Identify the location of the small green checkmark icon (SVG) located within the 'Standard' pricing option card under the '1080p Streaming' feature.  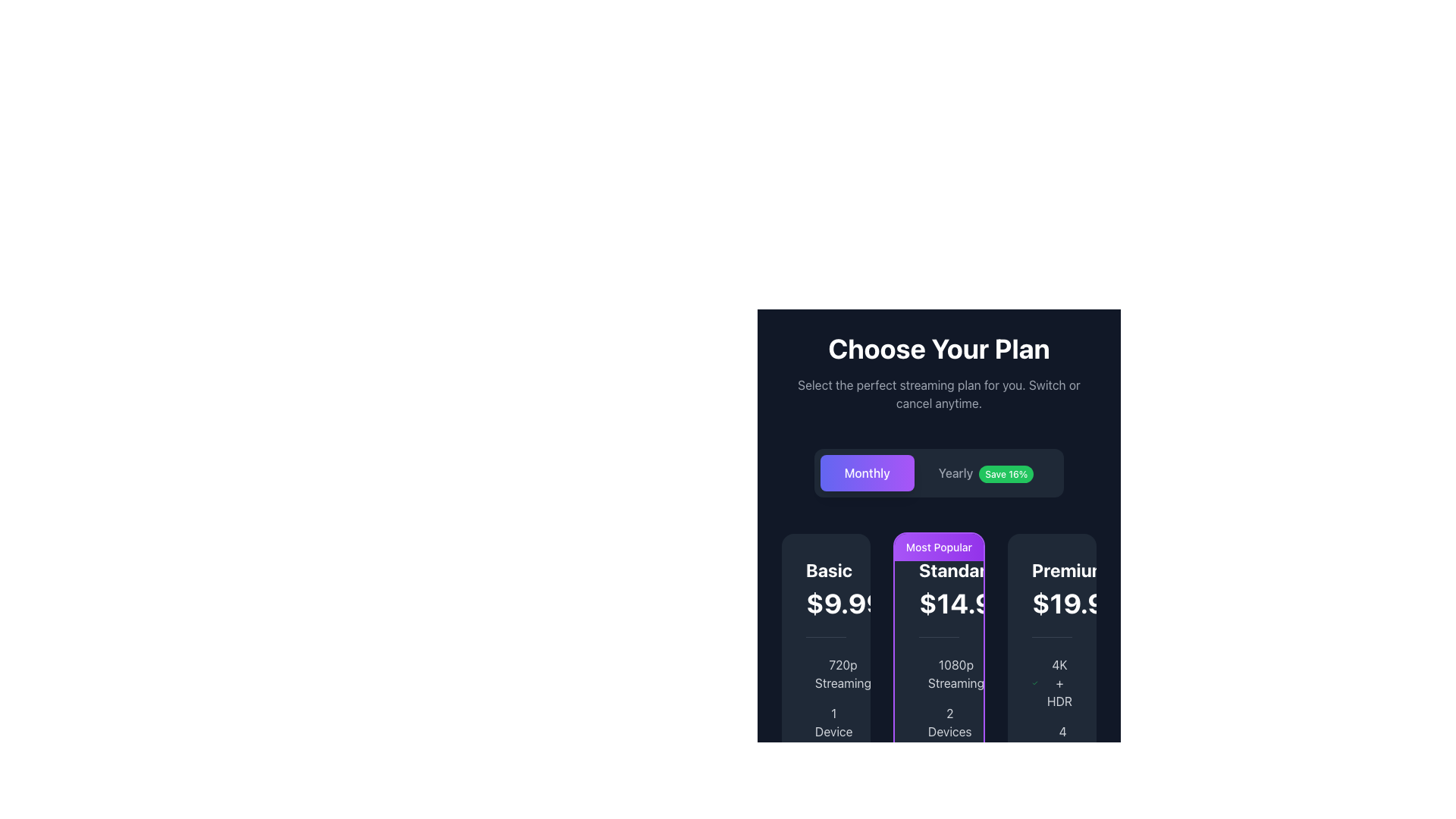
(927, 674).